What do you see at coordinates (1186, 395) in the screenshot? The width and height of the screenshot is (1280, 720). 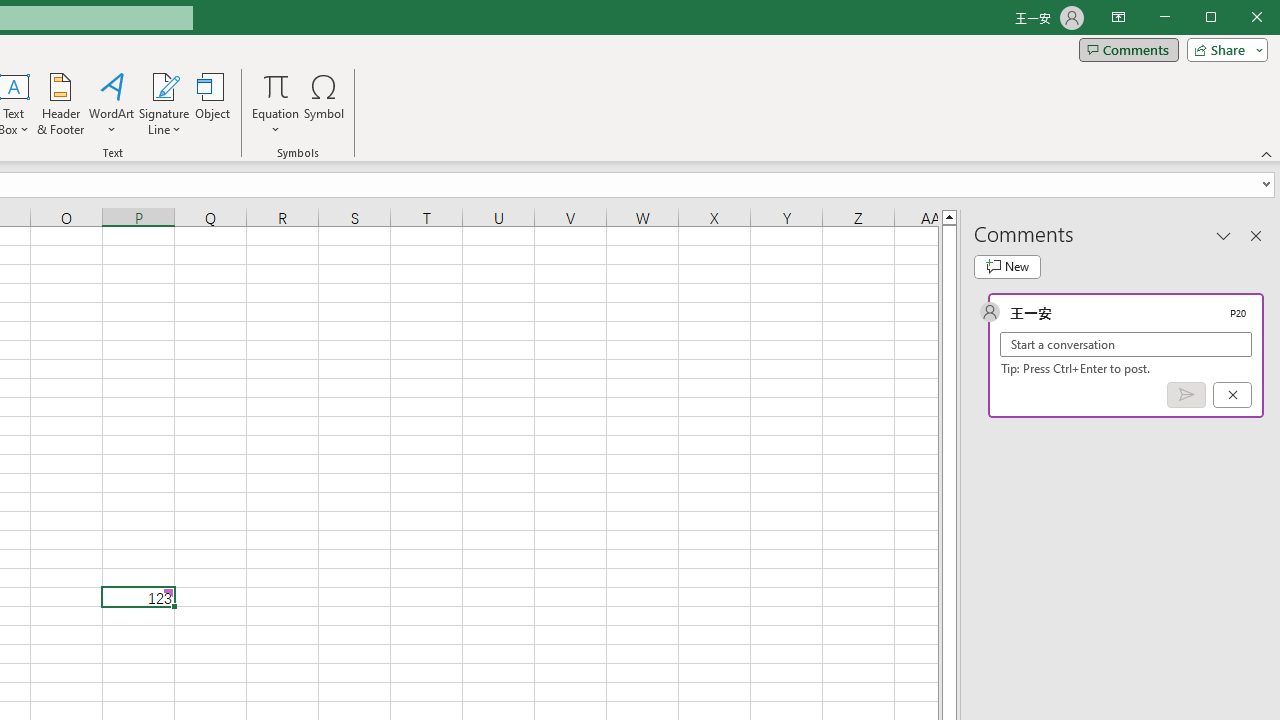 I see `'Post comment (Ctrl + Enter)'` at bounding box center [1186, 395].